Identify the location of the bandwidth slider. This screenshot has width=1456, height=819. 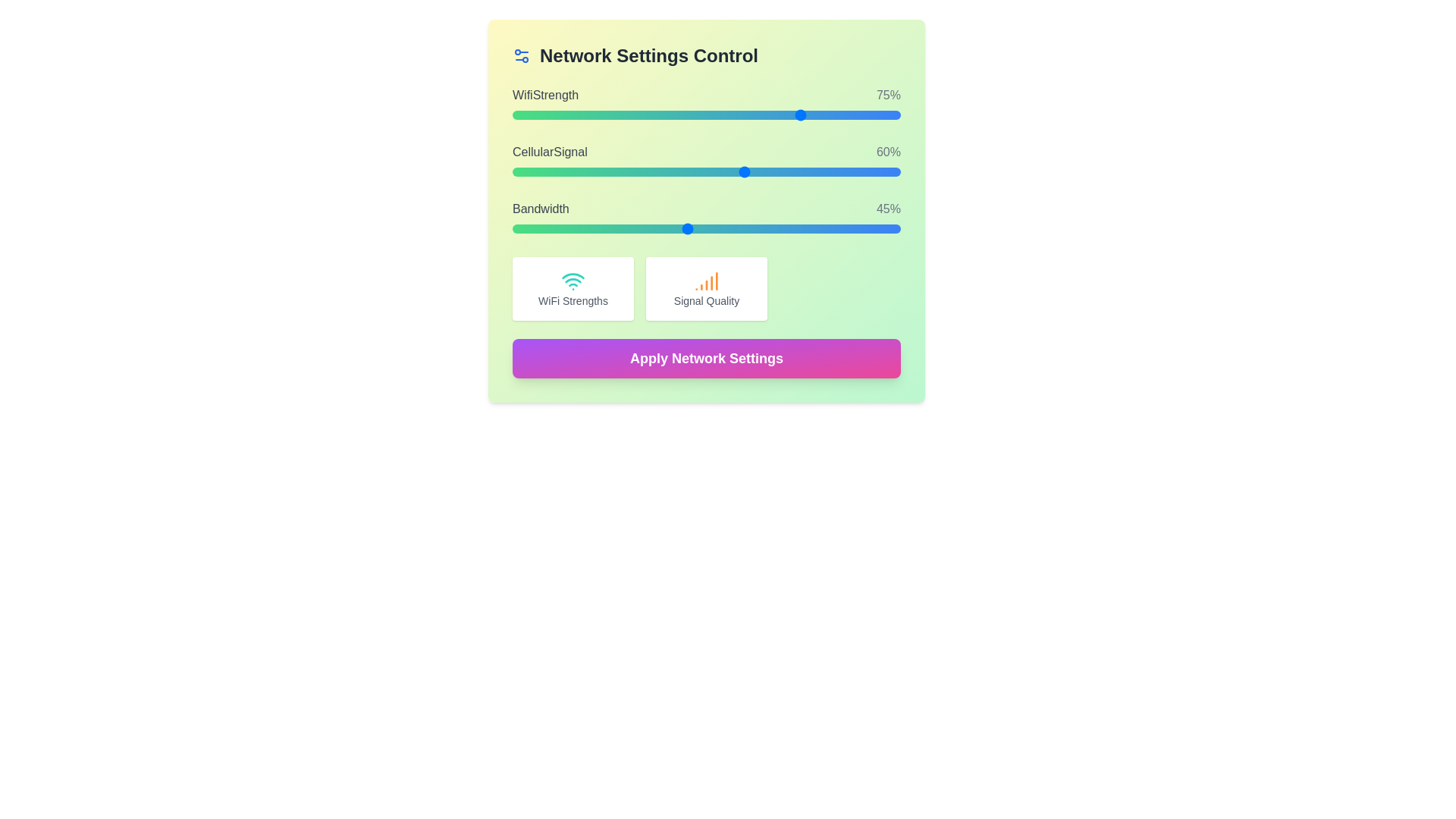
(738, 228).